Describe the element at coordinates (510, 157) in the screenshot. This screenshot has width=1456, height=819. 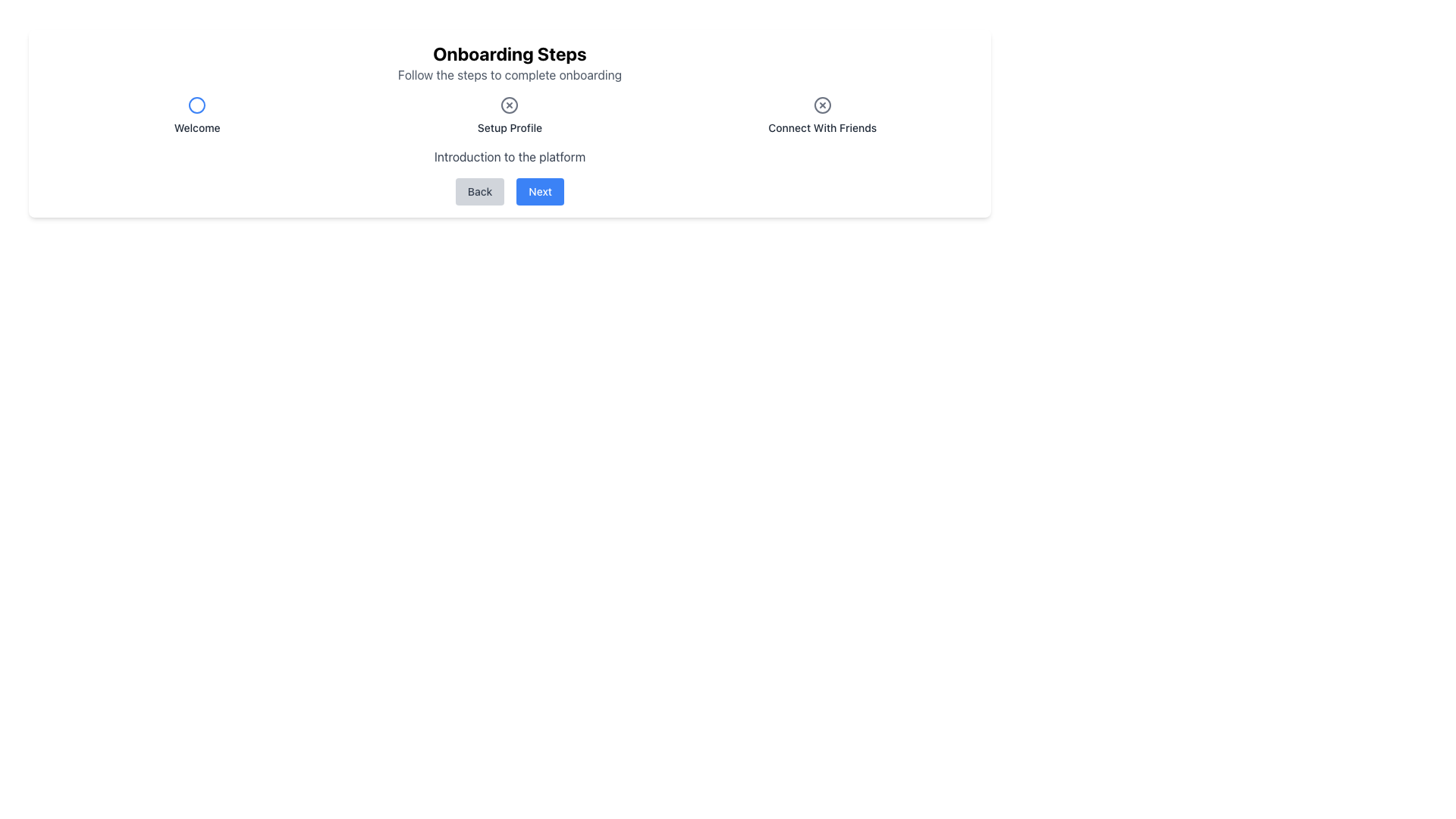
I see `the text label that reads 'Introduction to the platform', which is styled with a gray font and positioned centrally above the navigation buttons` at that location.